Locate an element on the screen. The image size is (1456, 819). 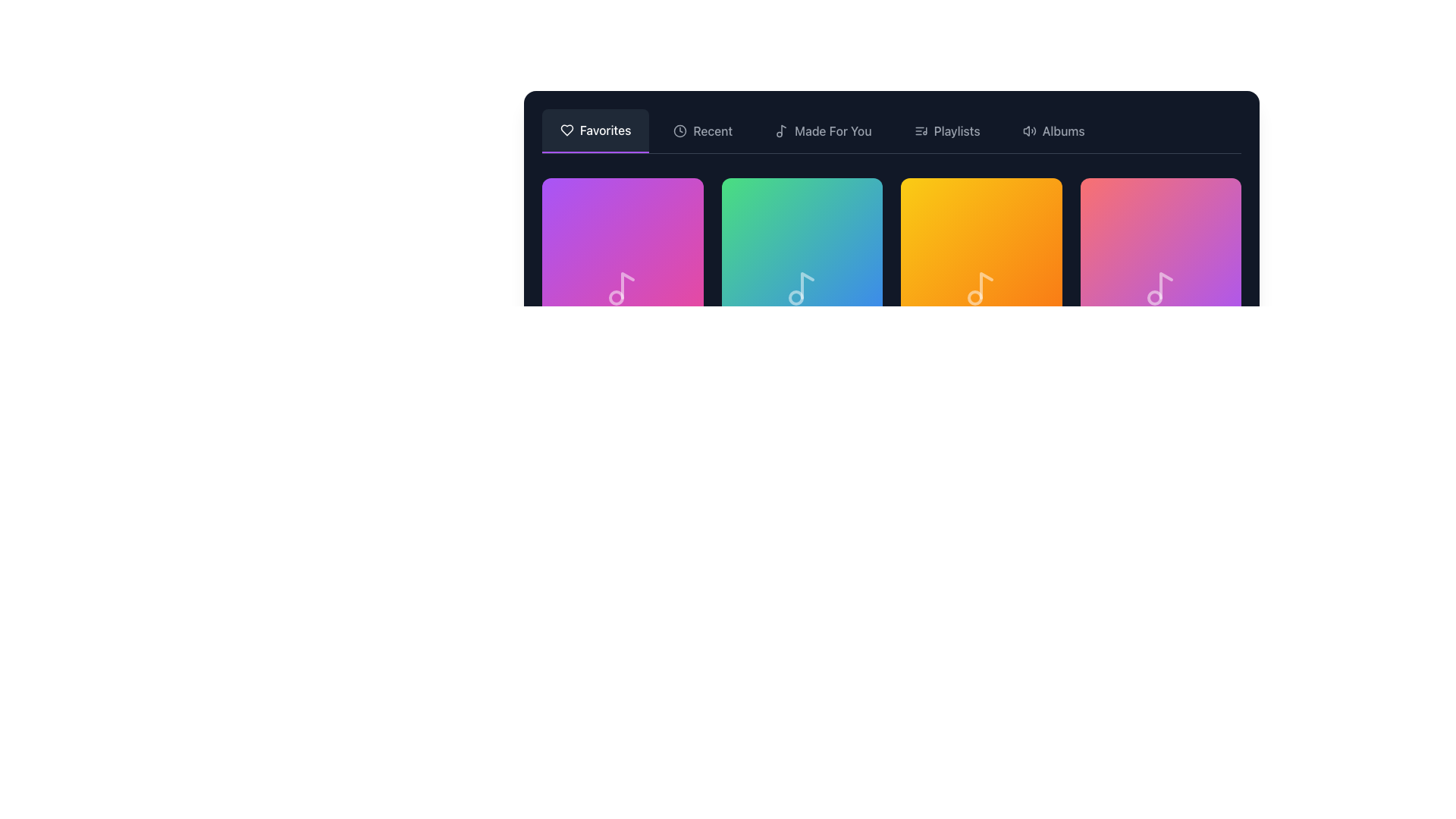
the 'Recent' button, which is the second tab in the navigation bar, featuring a clock icon and labeled 'Recent' is located at coordinates (702, 130).